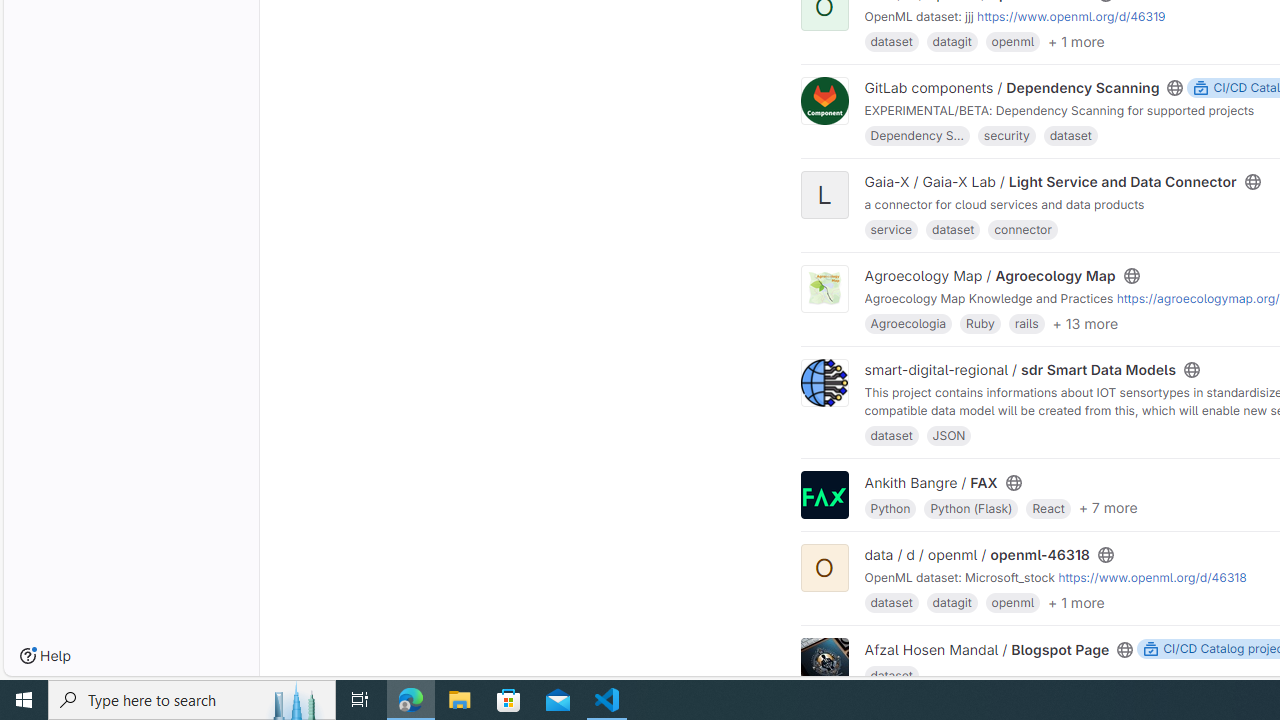  What do you see at coordinates (1049, 181) in the screenshot?
I see `'Gaia-X / Gaia-X Lab / Light Service and Data Connector'` at bounding box center [1049, 181].